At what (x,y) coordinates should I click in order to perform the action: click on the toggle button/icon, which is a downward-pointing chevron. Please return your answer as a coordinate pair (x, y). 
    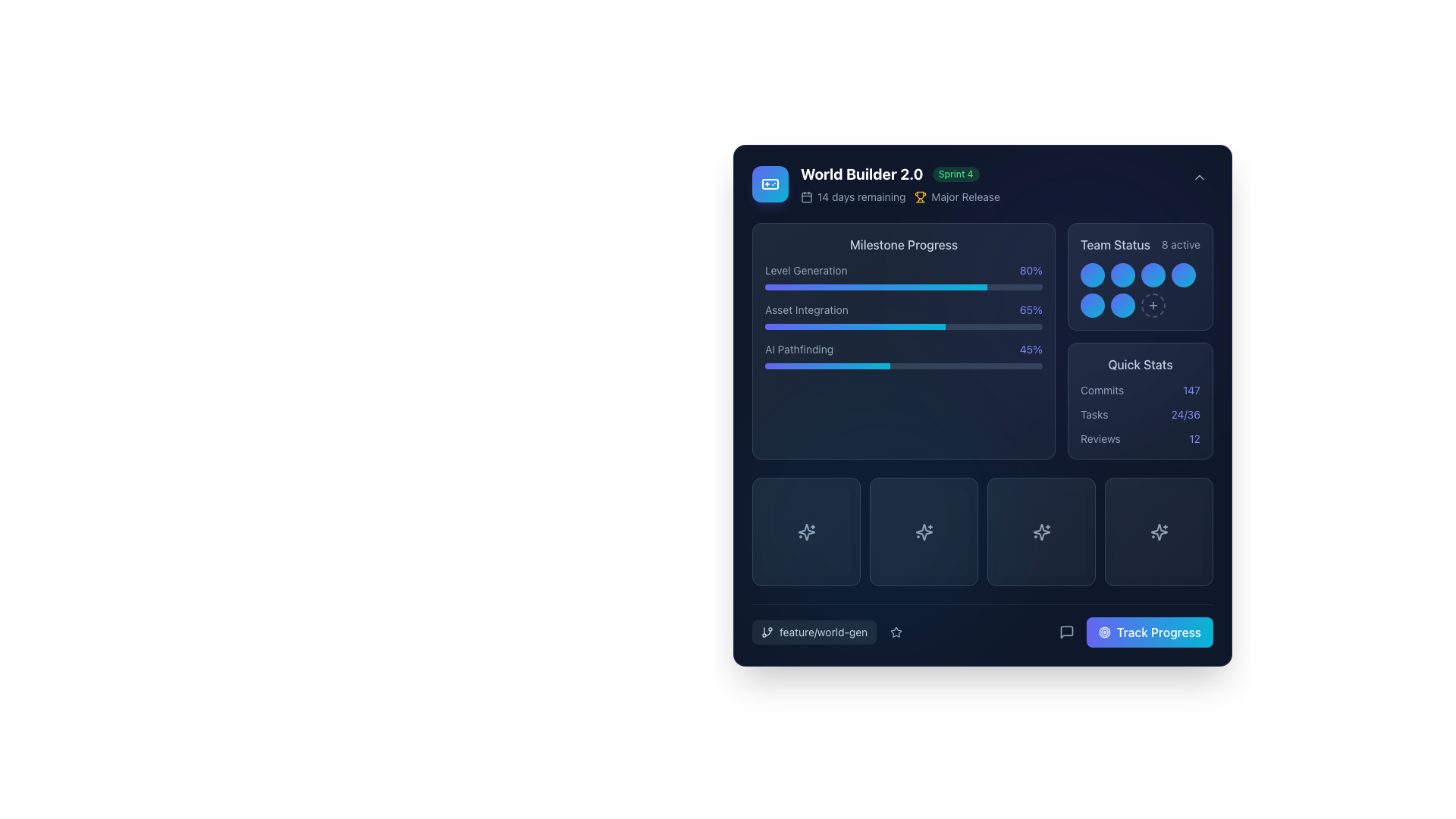
    Looking at the image, I should click on (1199, 177).